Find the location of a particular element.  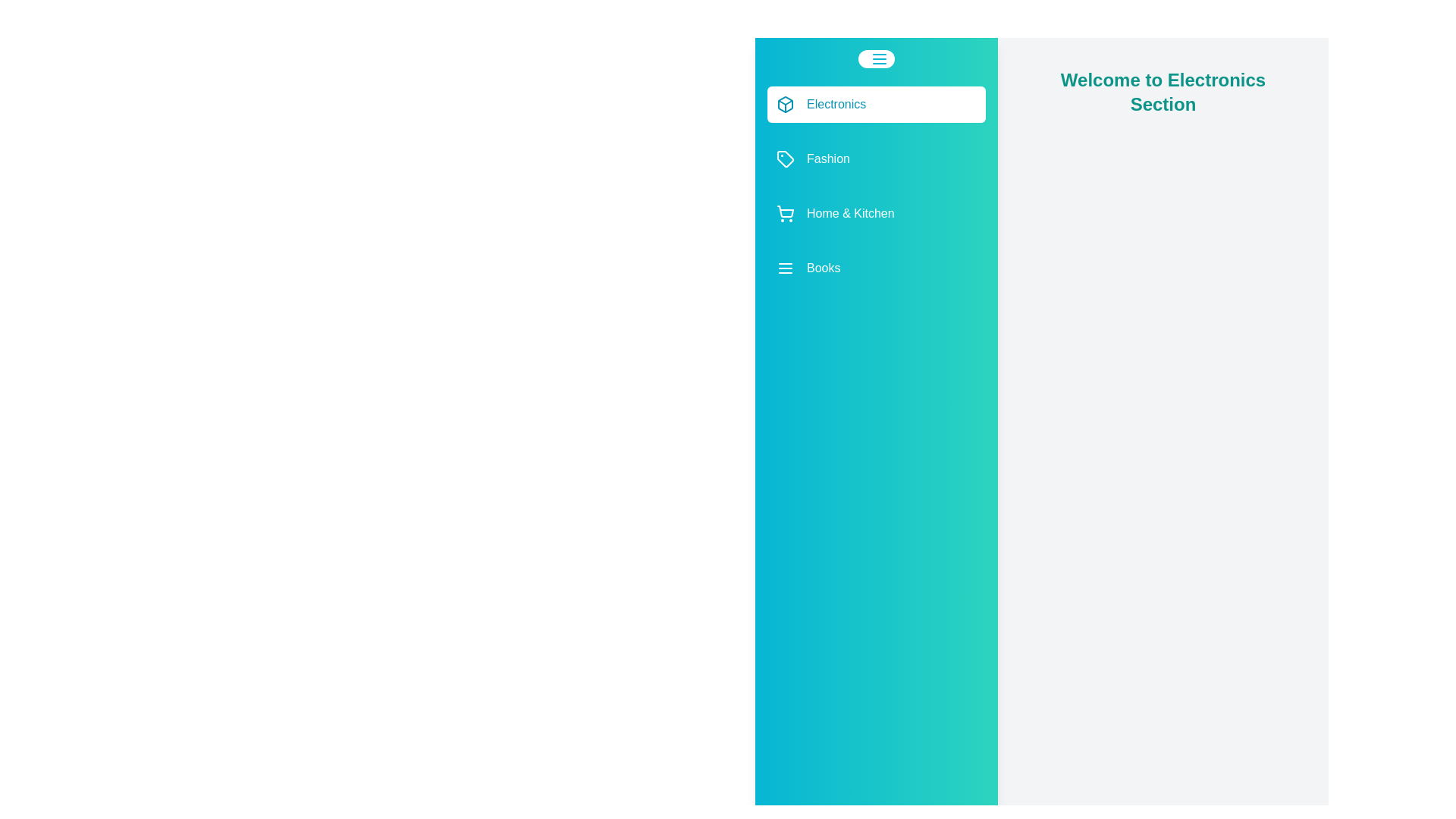

the top-left button to toggle the drawer is located at coordinates (877, 58).